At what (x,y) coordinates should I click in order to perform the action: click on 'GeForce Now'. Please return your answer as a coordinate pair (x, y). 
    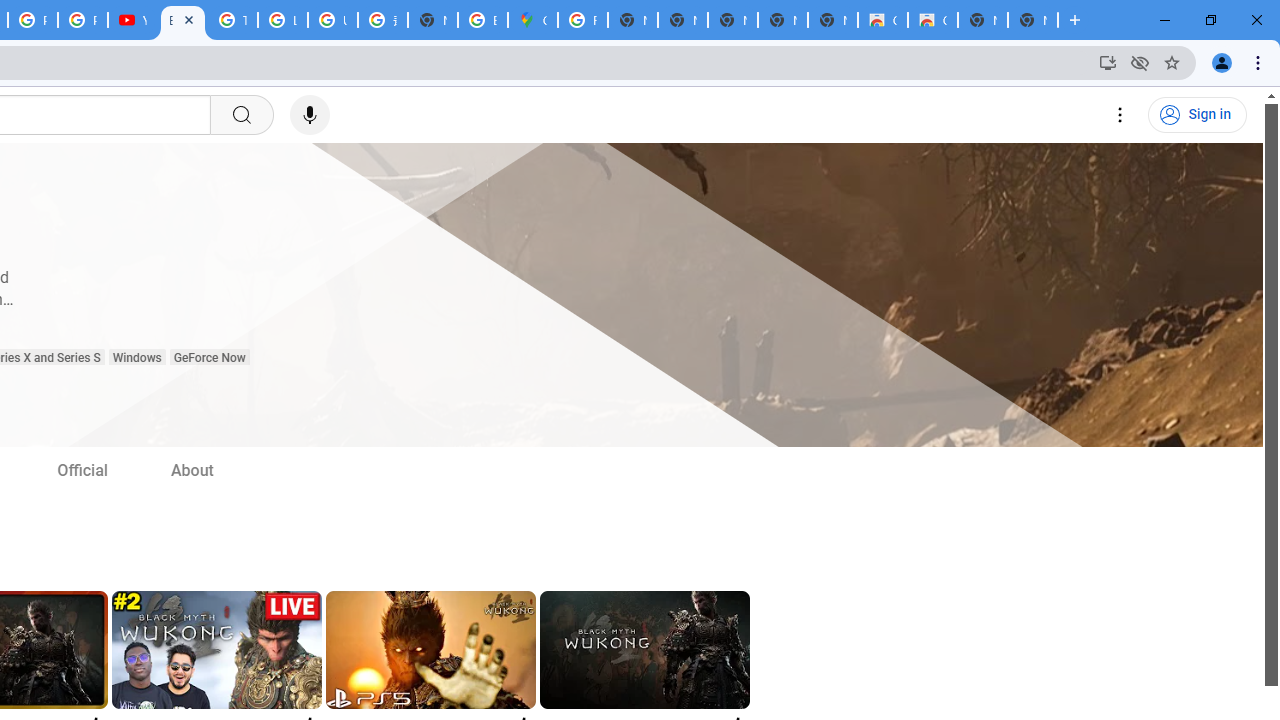
    Looking at the image, I should click on (209, 357).